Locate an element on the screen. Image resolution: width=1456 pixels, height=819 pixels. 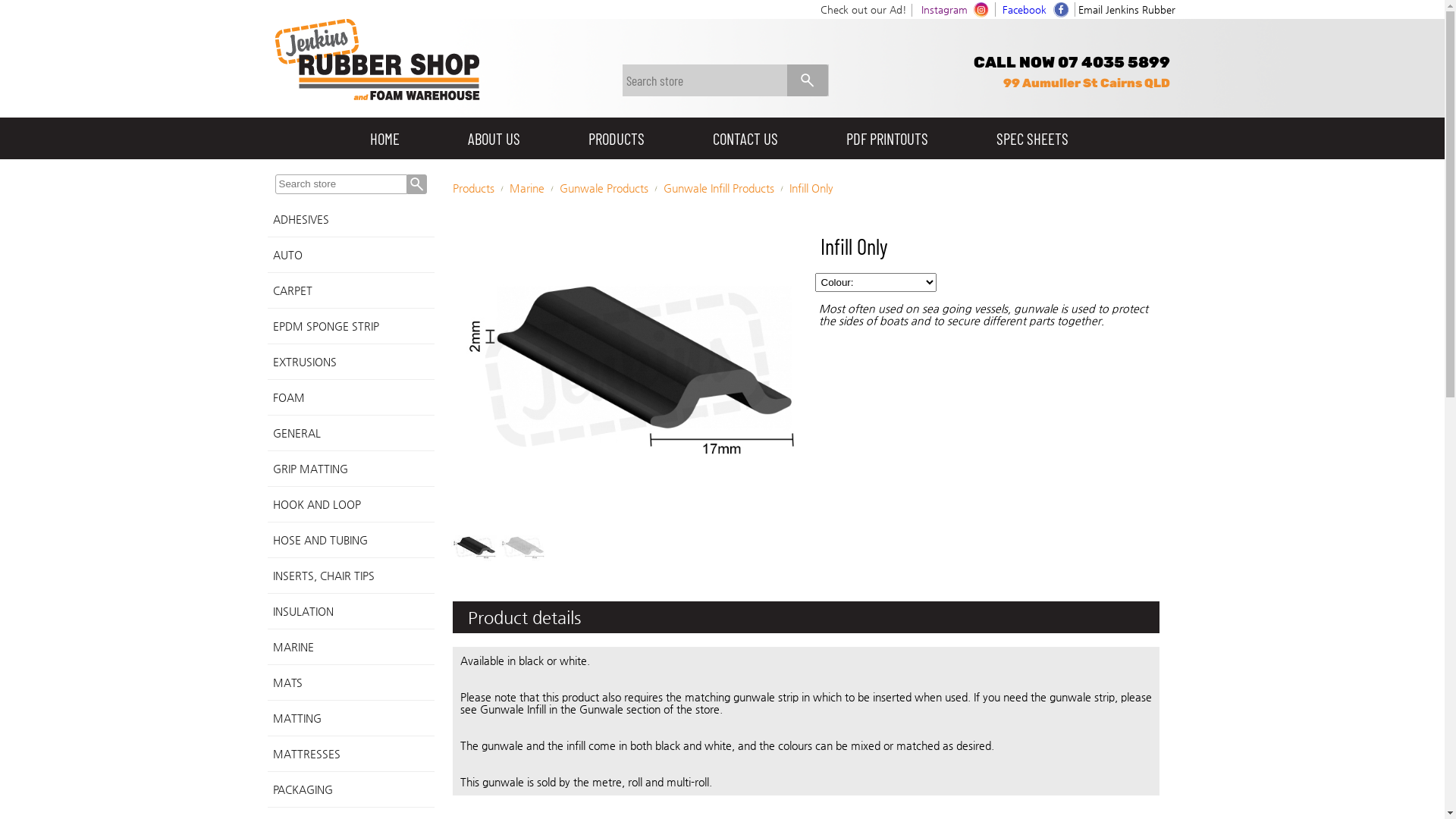
'Gunwale Infill Products' is located at coordinates (717, 187).